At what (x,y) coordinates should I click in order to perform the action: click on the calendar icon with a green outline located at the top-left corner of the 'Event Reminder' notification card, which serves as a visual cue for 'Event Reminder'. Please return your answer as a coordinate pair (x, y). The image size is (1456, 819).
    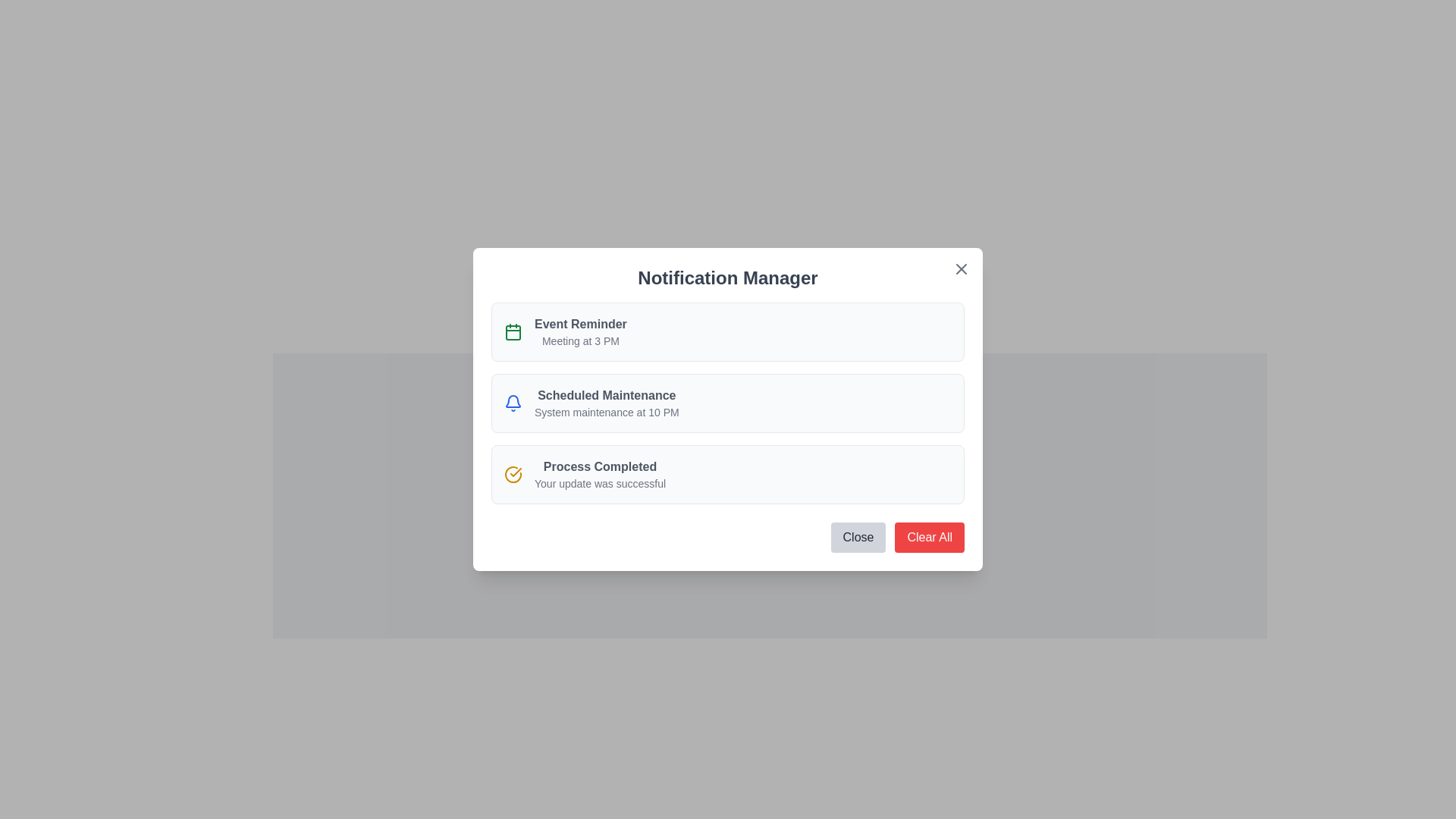
    Looking at the image, I should click on (513, 331).